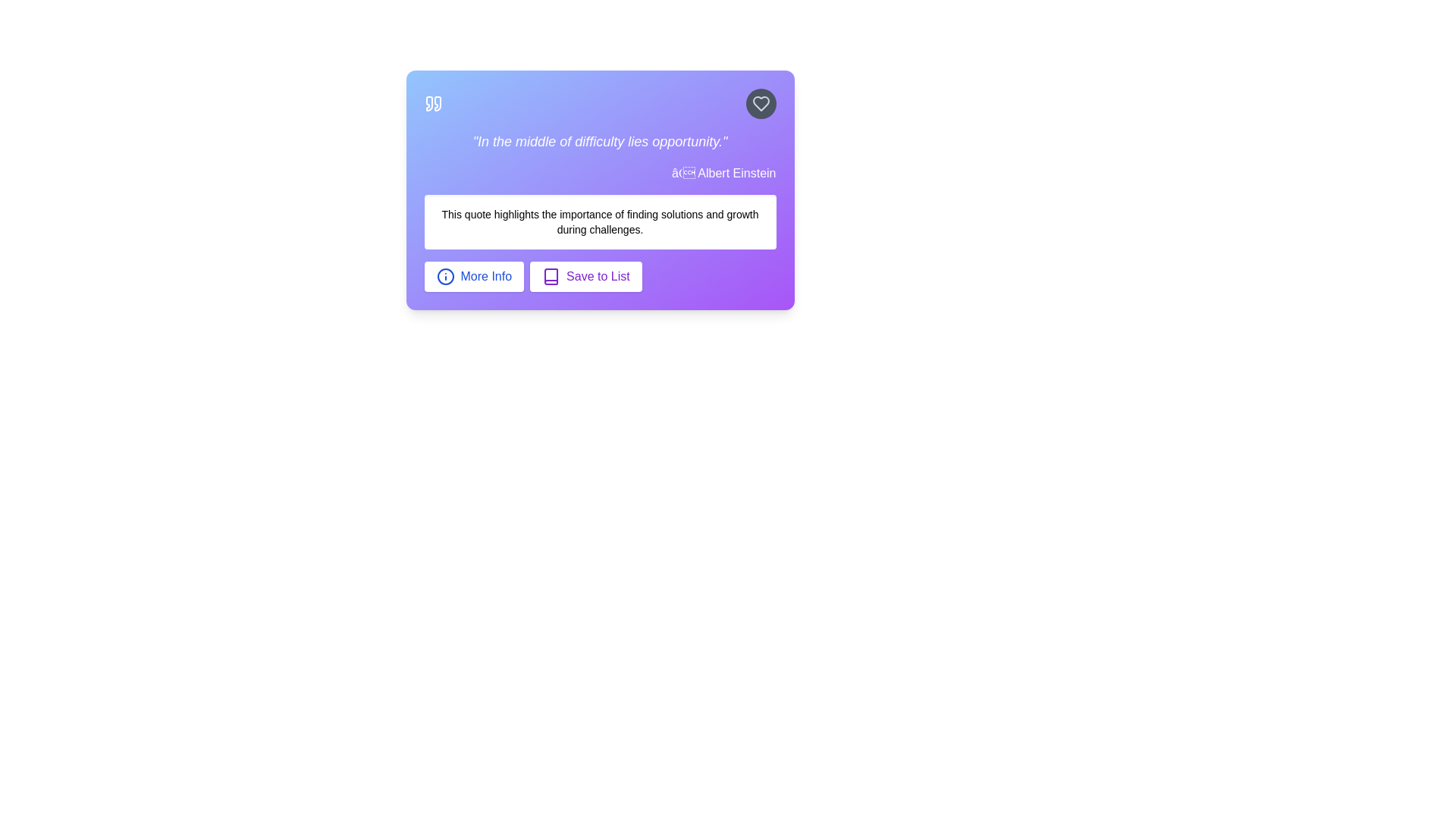 The image size is (1456, 819). What do you see at coordinates (599, 141) in the screenshot?
I see `the static text element that presents an inspirational quote, located near the top-middle of the interface` at bounding box center [599, 141].